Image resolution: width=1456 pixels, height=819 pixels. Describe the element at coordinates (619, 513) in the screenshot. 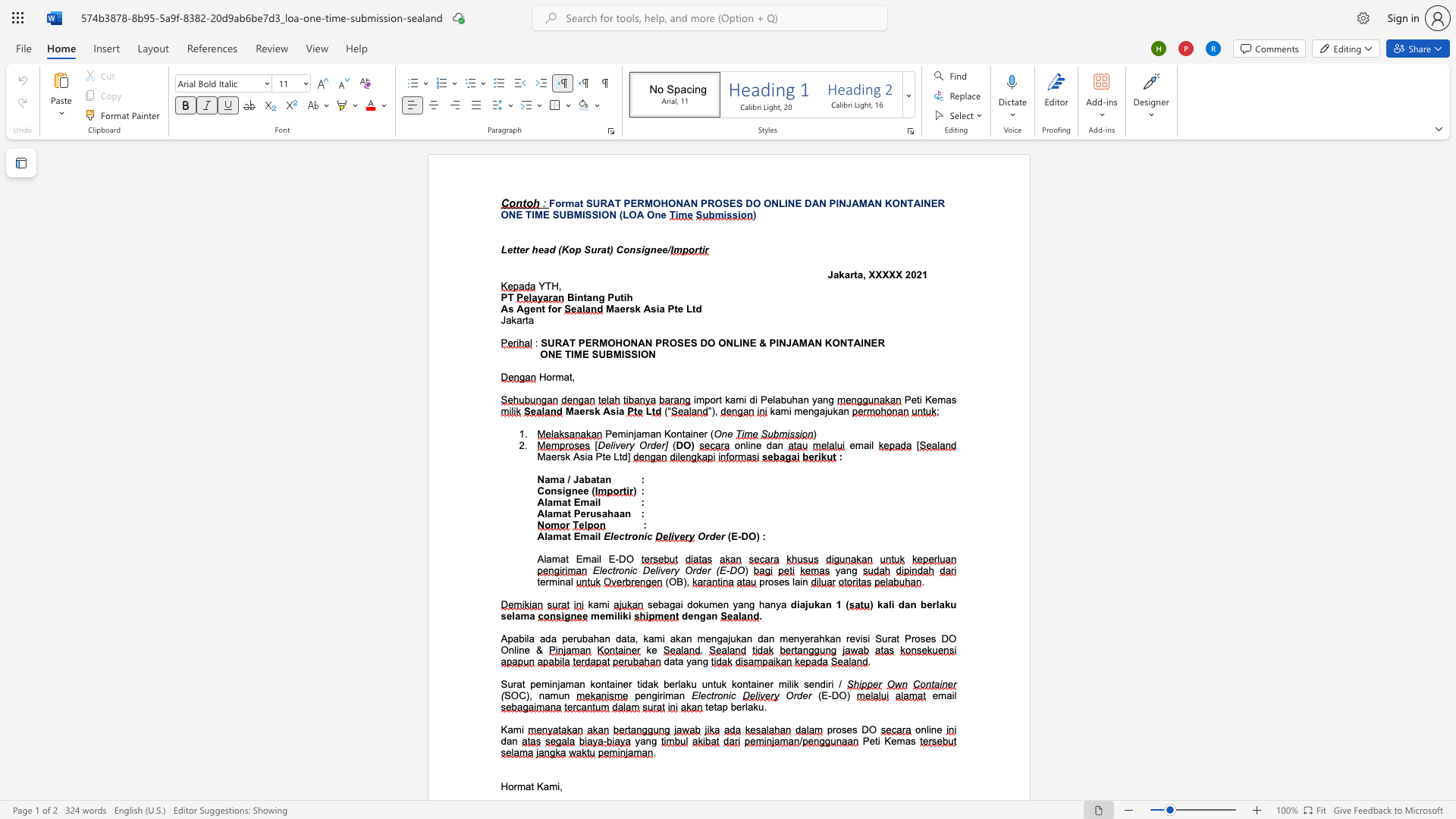

I see `the subset text "an" within the text "Alamat Perusahaan"` at that location.